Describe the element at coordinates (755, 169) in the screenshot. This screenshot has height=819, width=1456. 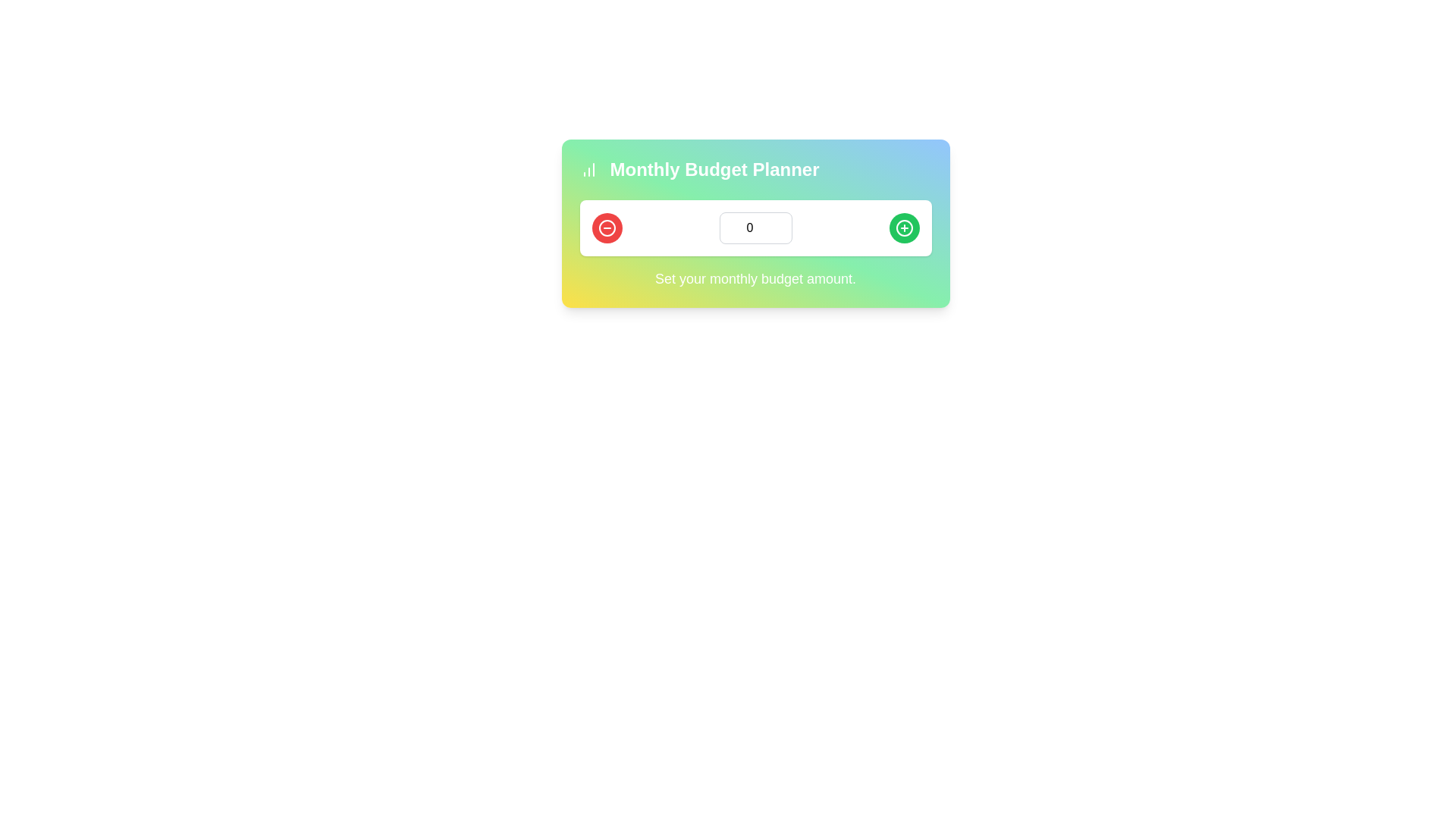
I see `the Header with Icon of the monthly budget planner, which serves as a title for the interface section` at that location.